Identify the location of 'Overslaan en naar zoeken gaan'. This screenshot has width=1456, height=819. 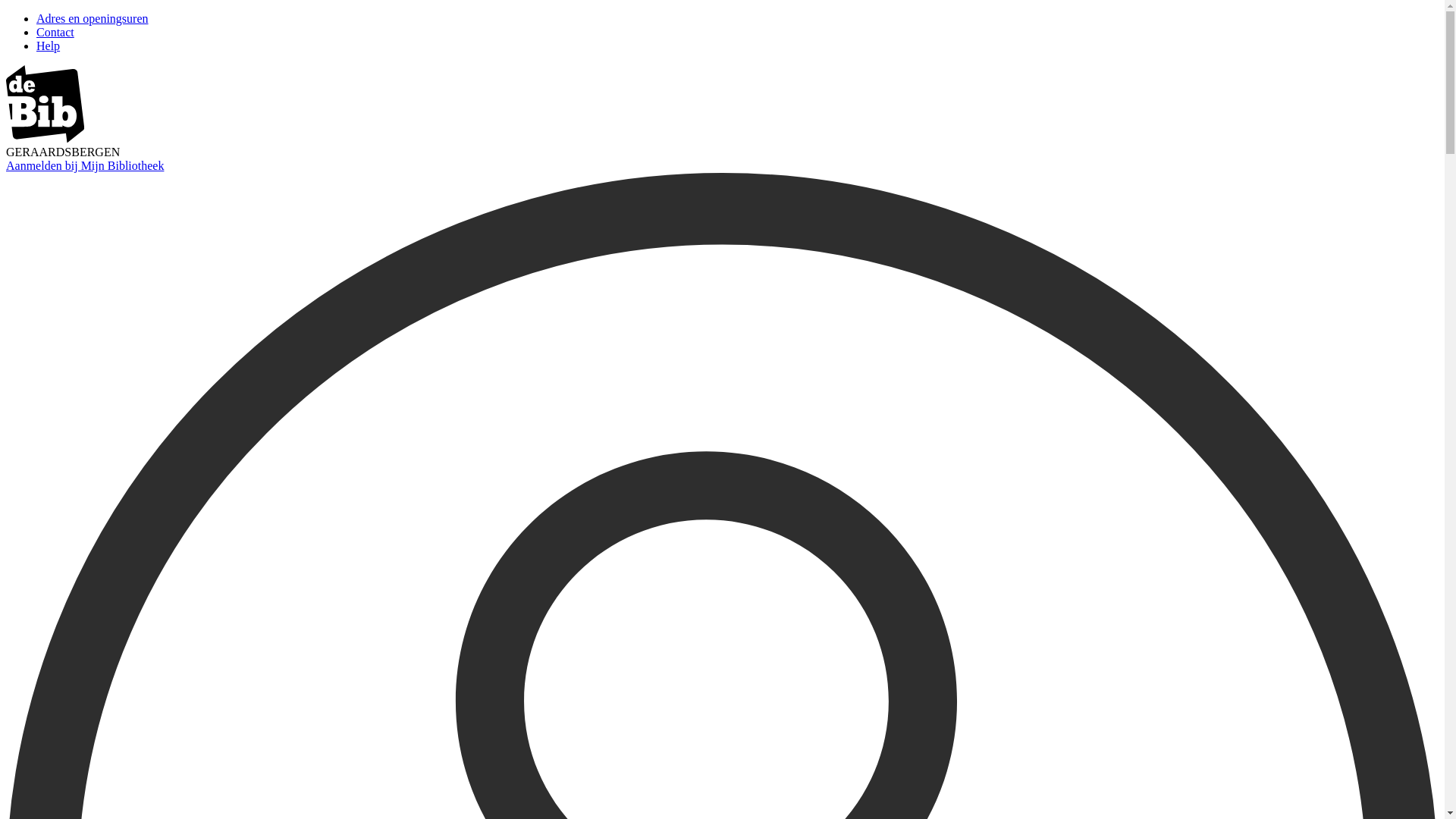
(6, 12).